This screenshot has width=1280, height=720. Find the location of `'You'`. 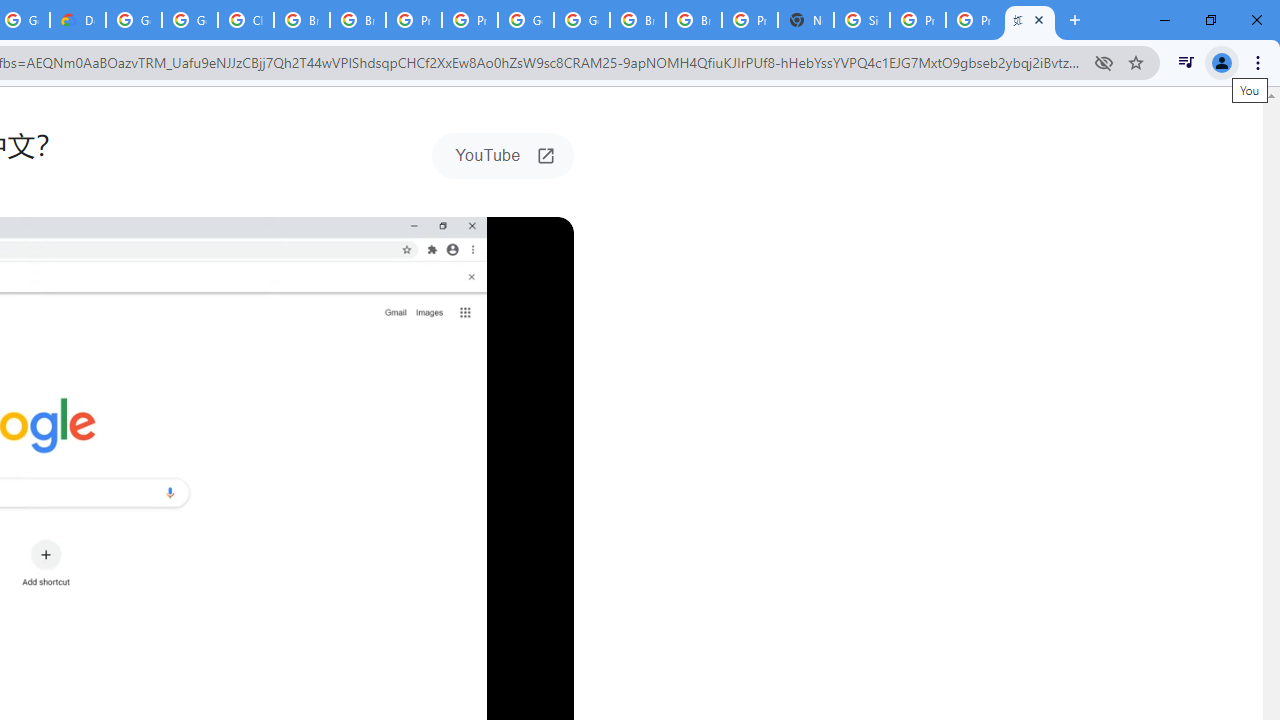

'You' is located at coordinates (1220, 61).